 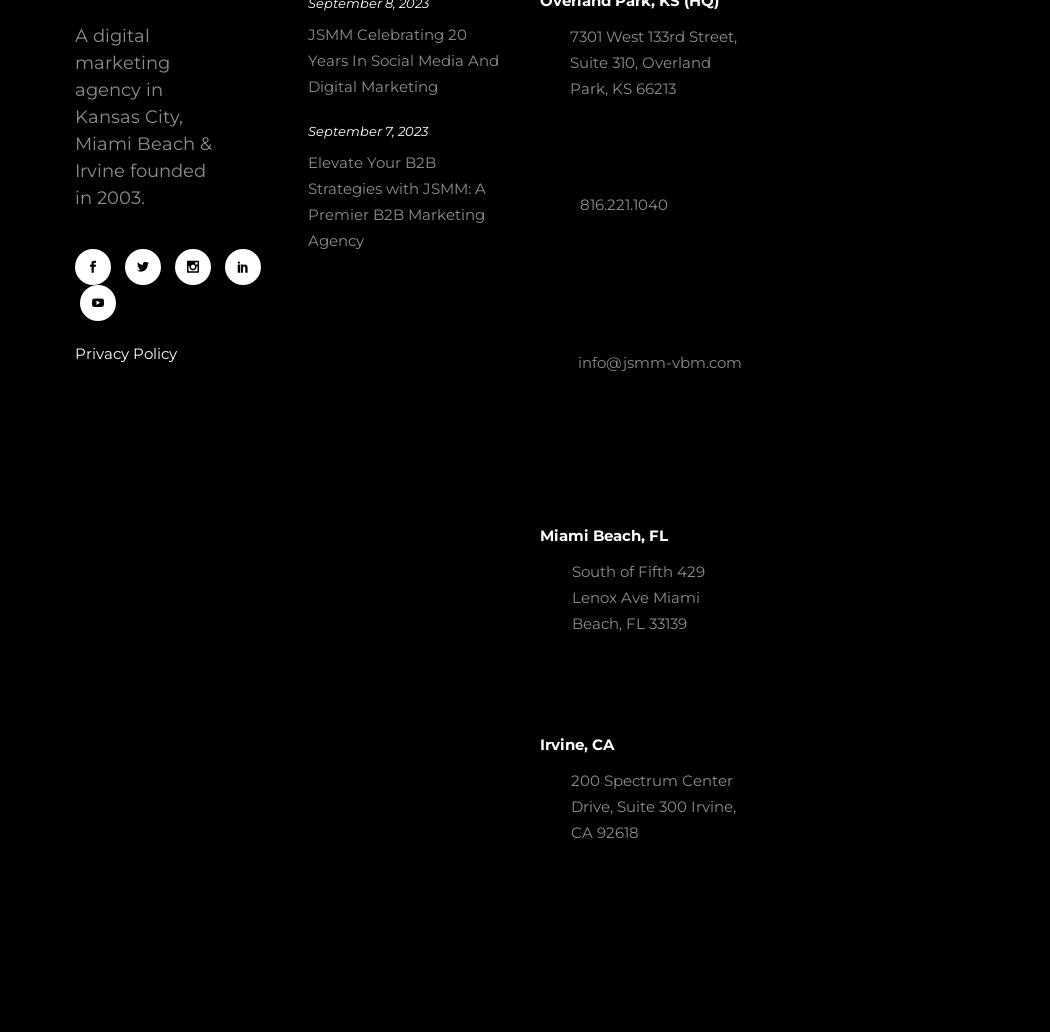 I want to click on '7301 West 133rd Street, Suite 310, Overland Park, KS 66213', so click(x=652, y=62).